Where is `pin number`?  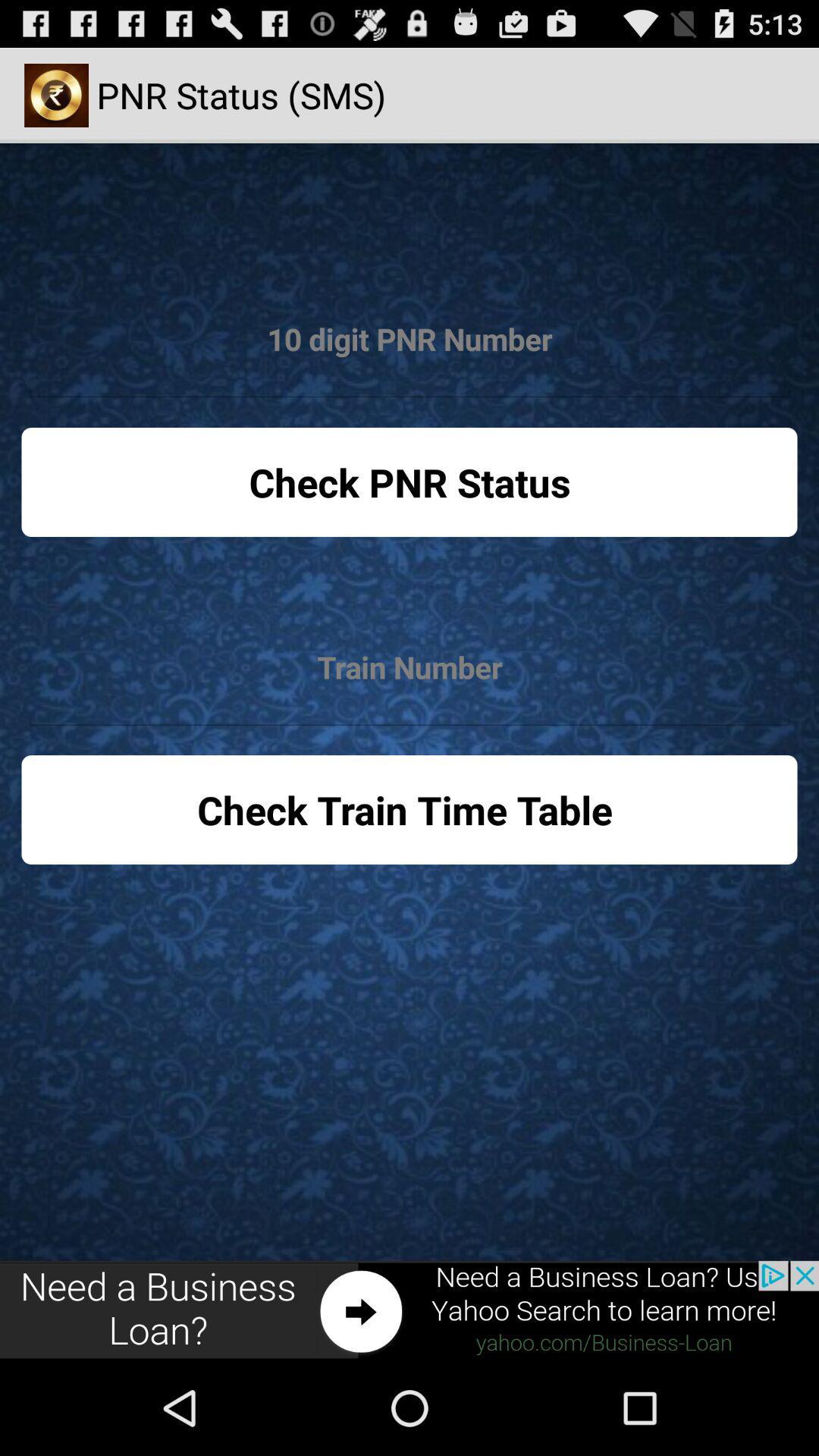 pin number is located at coordinates (409, 339).